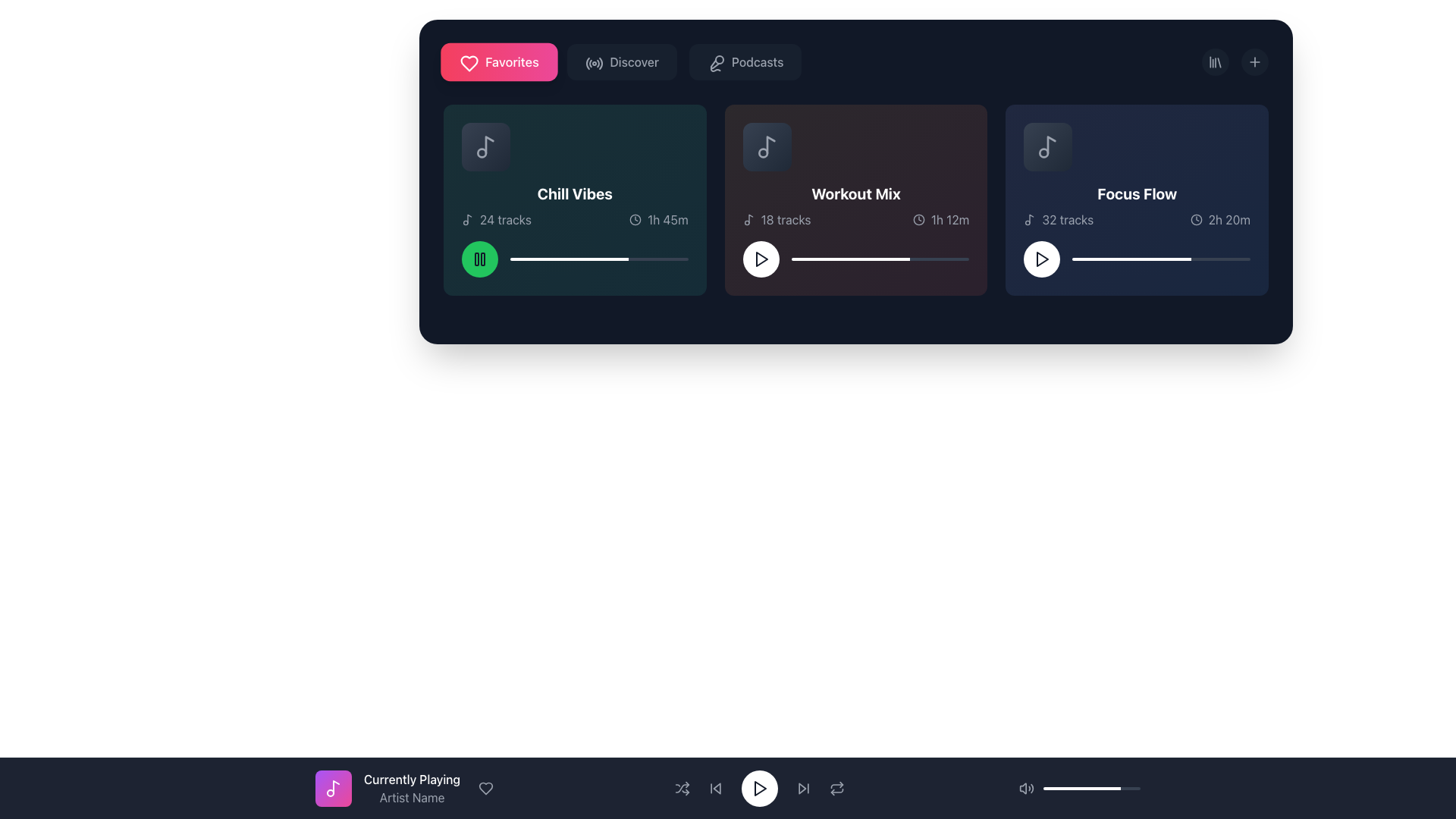  What do you see at coordinates (569, 259) in the screenshot?
I see `the white progress bar section located below the 'Chill Vibes' audio track details, which occupies two-thirds of the available width within a gray progress bar background` at bounding box center [569, 259].